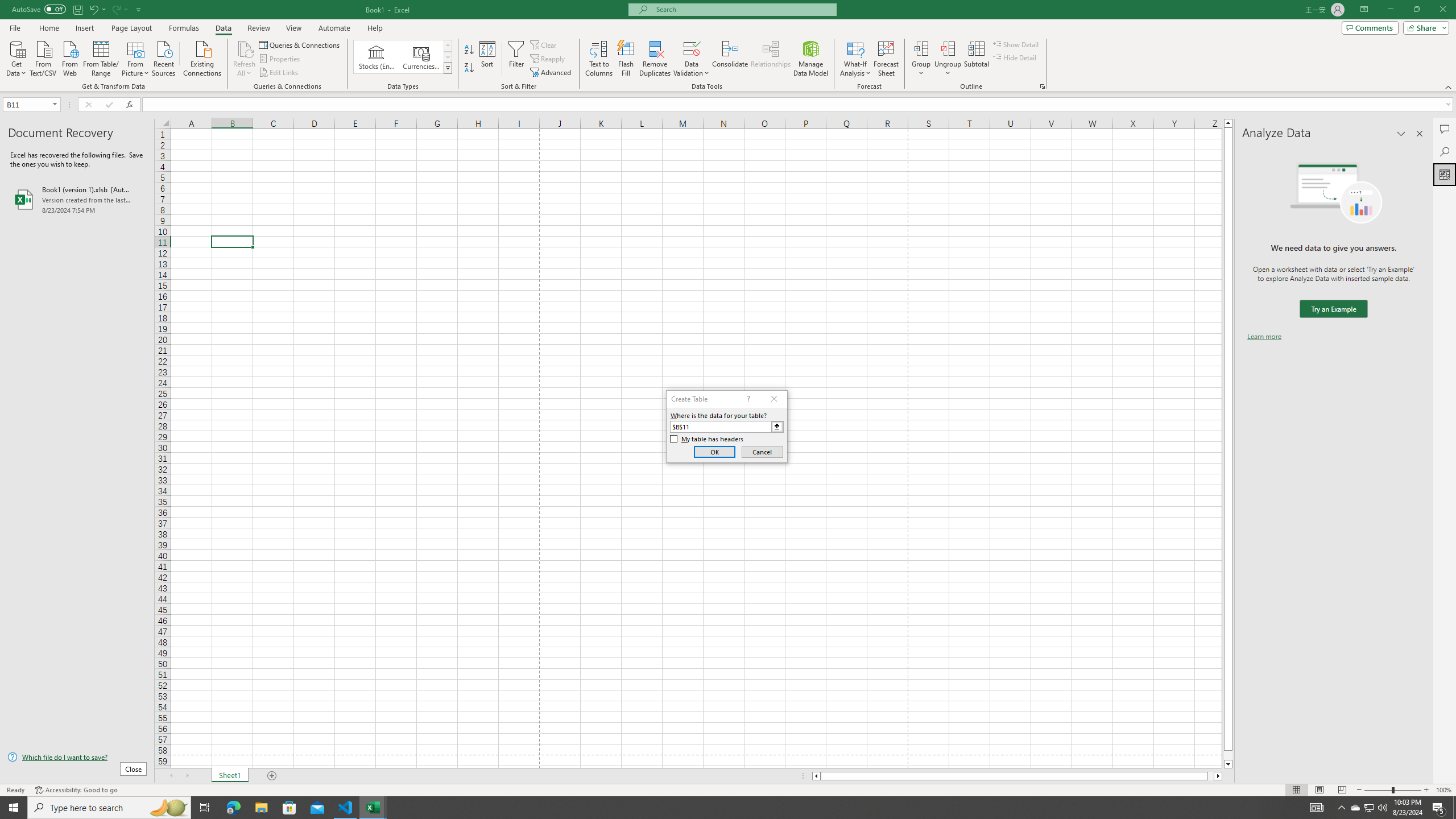 Image resolution: width=1456 pixels, height=819 pixels. What do you see at coordinates (280, 59) in the screenshot?
I see `'Properties'` at bounding box center [280, 59].